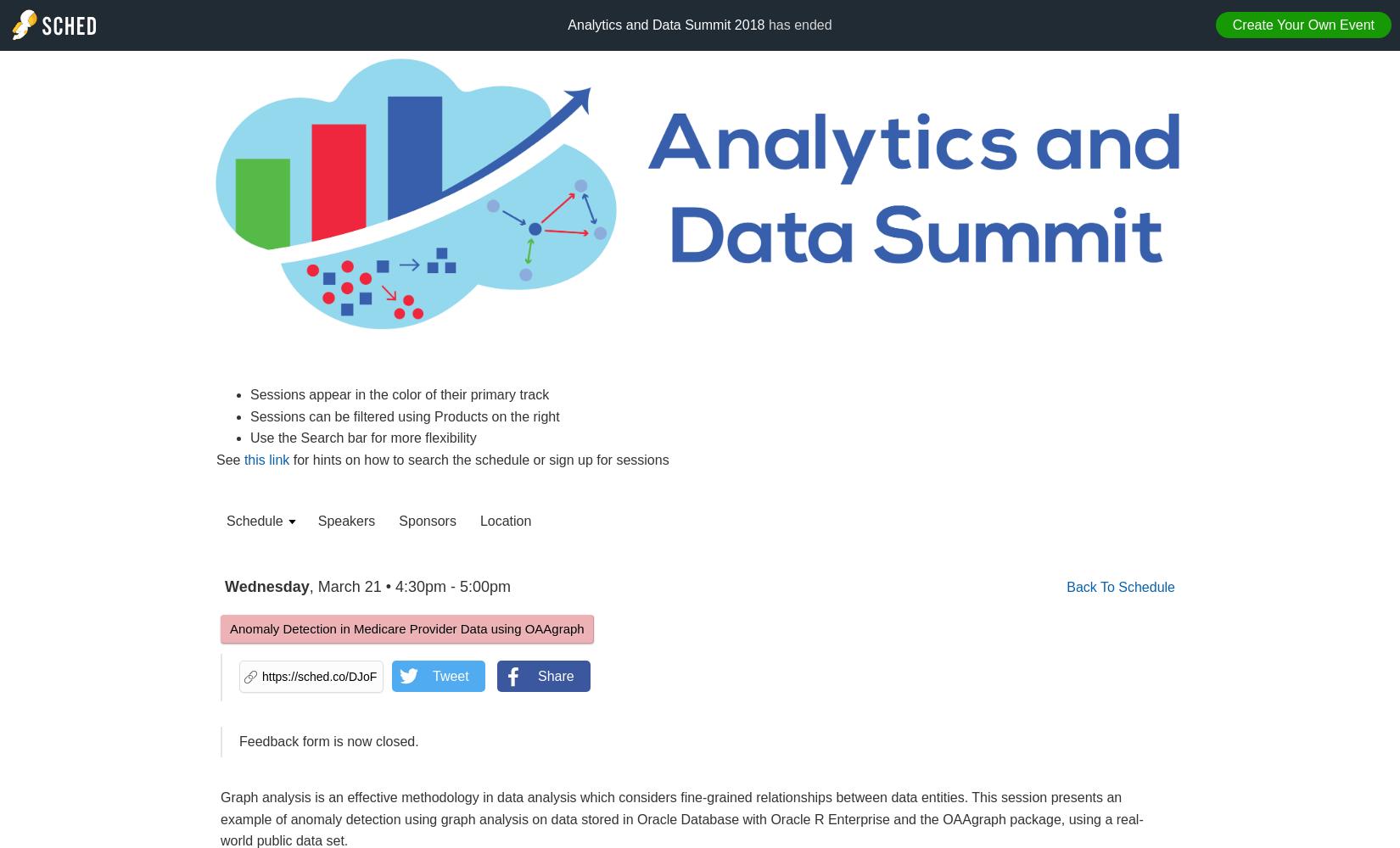  I want to click on 'Sessions can be filtered using Products on the right', so click(404, 415).